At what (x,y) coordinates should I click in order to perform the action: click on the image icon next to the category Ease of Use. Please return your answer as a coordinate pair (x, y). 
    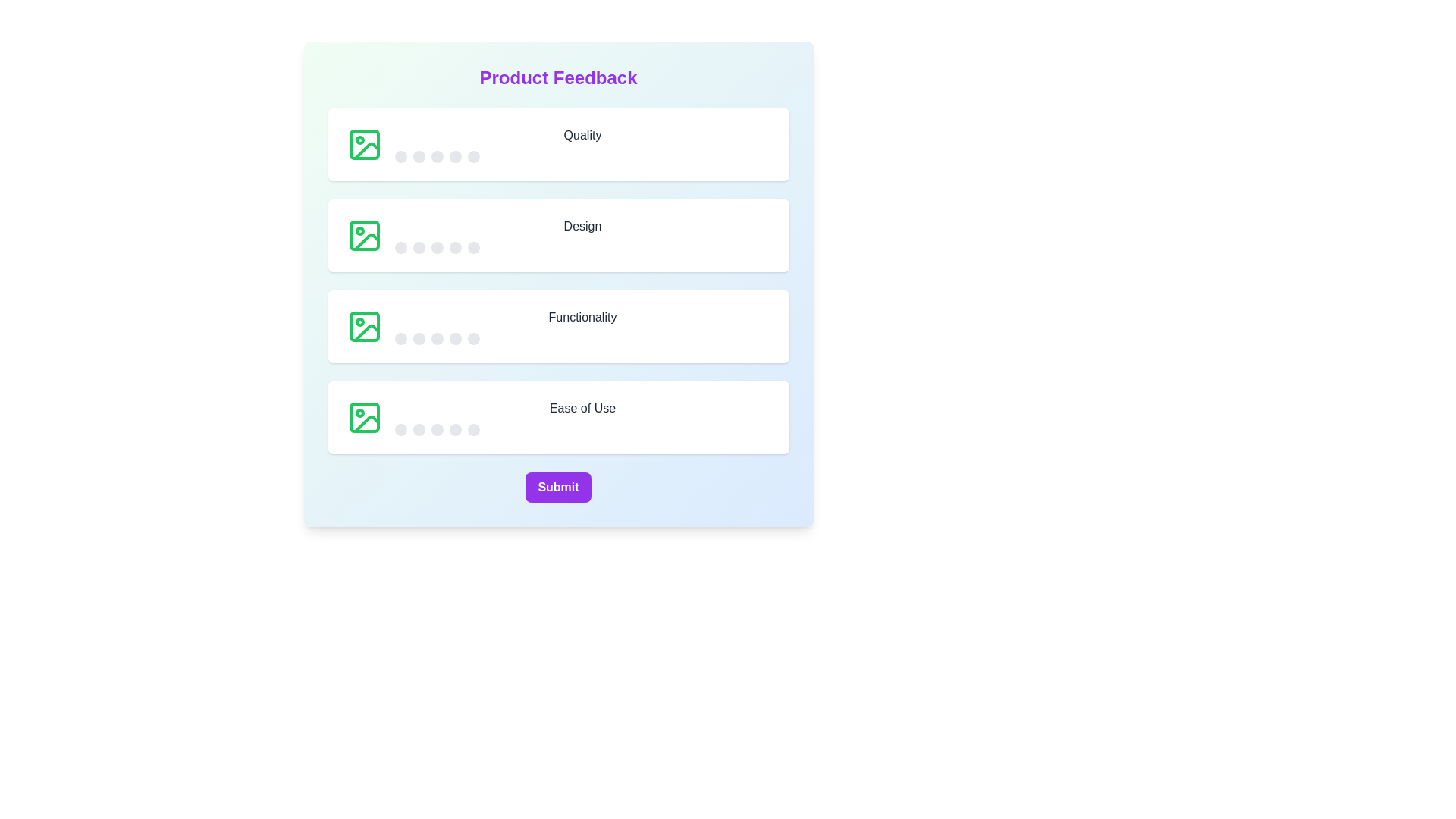
    Looking at the image, I should click on (364, 418).